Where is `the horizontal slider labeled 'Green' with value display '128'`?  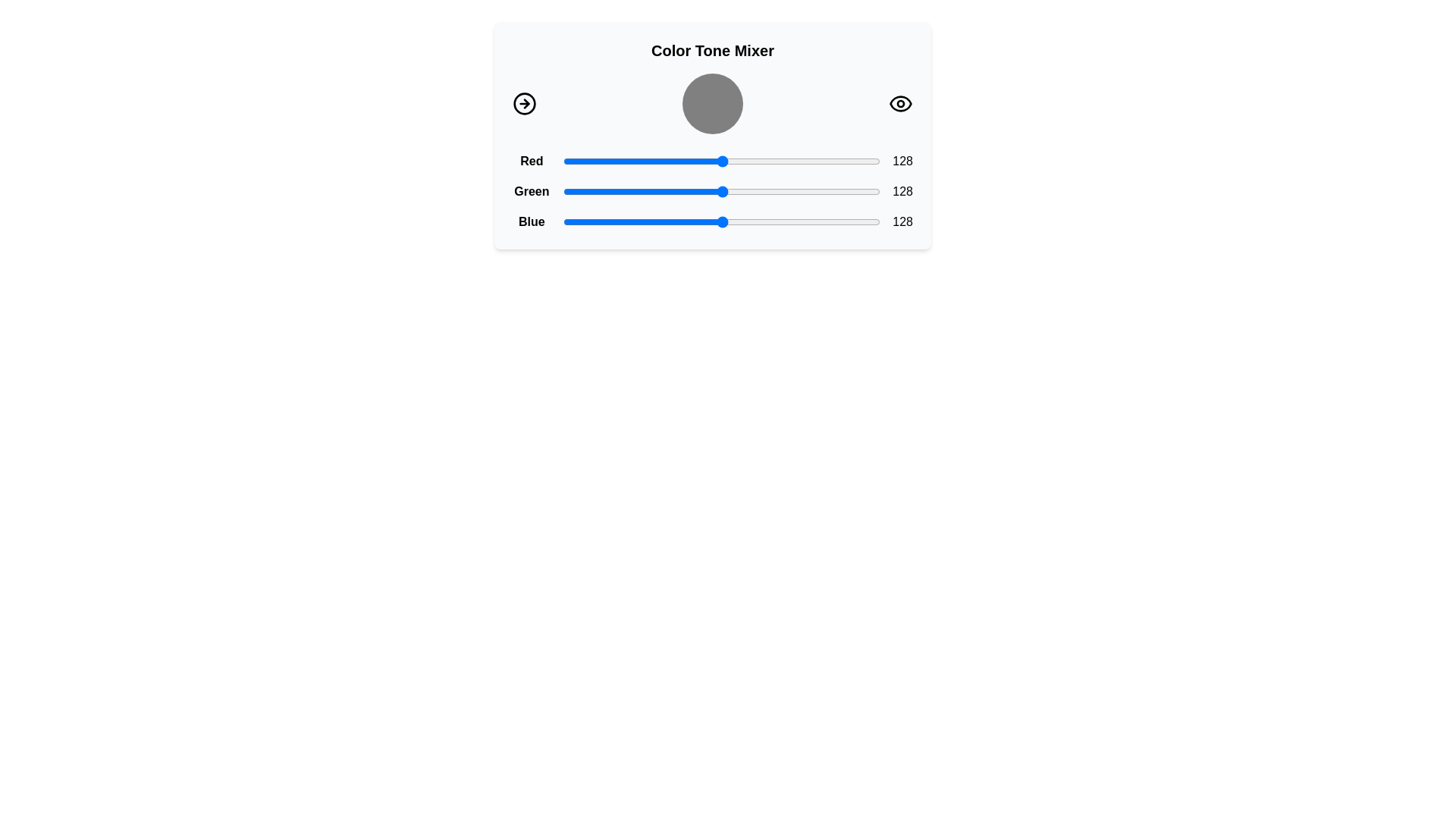
the horizontal slider labeled 'Green' with value display '128' is located at coordinates (712, 191).